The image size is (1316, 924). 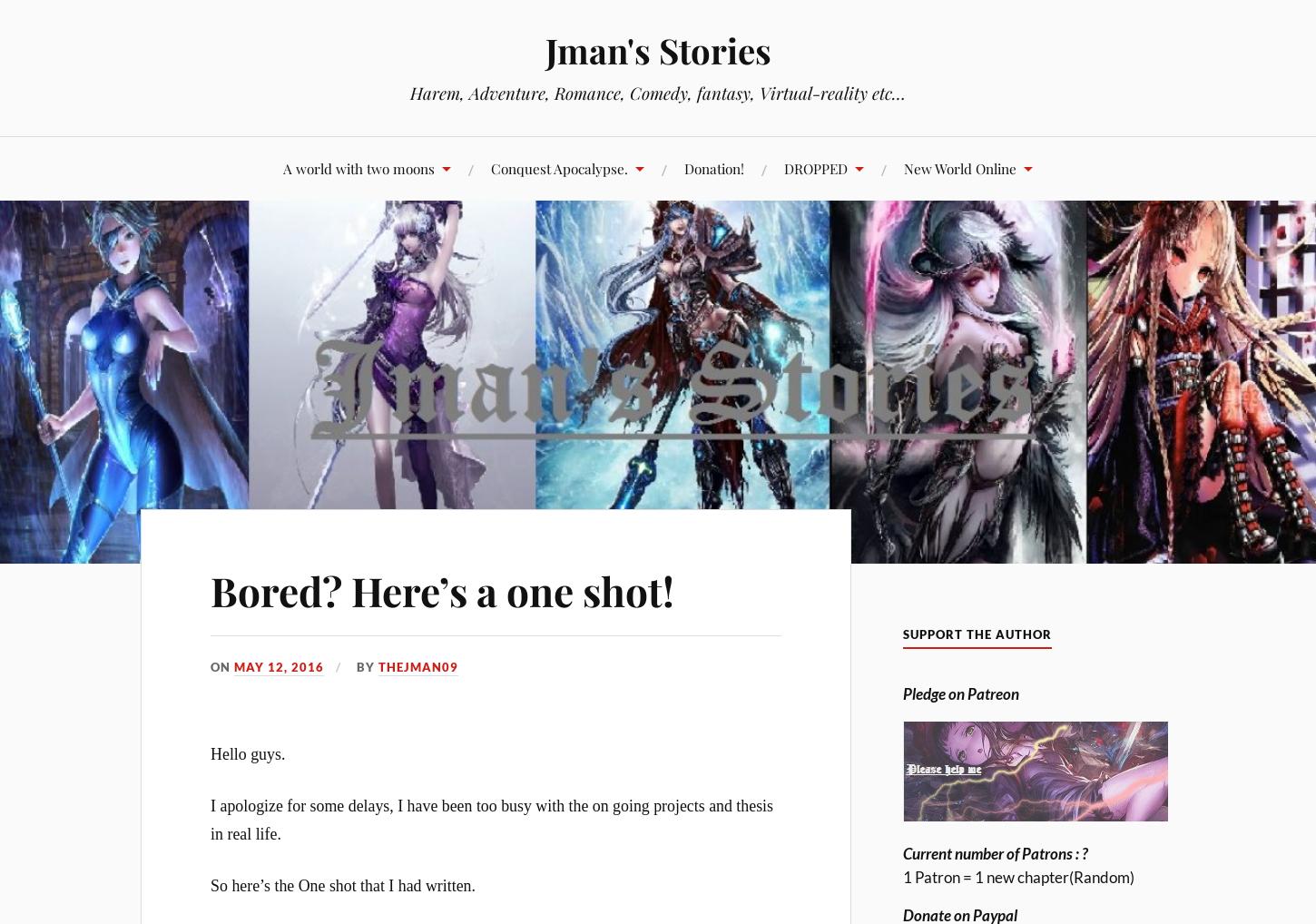 What do you see at coordinates (210, 752) in the screenshot?
I see `'Hello guys.'` at bounding box center [210, 752].